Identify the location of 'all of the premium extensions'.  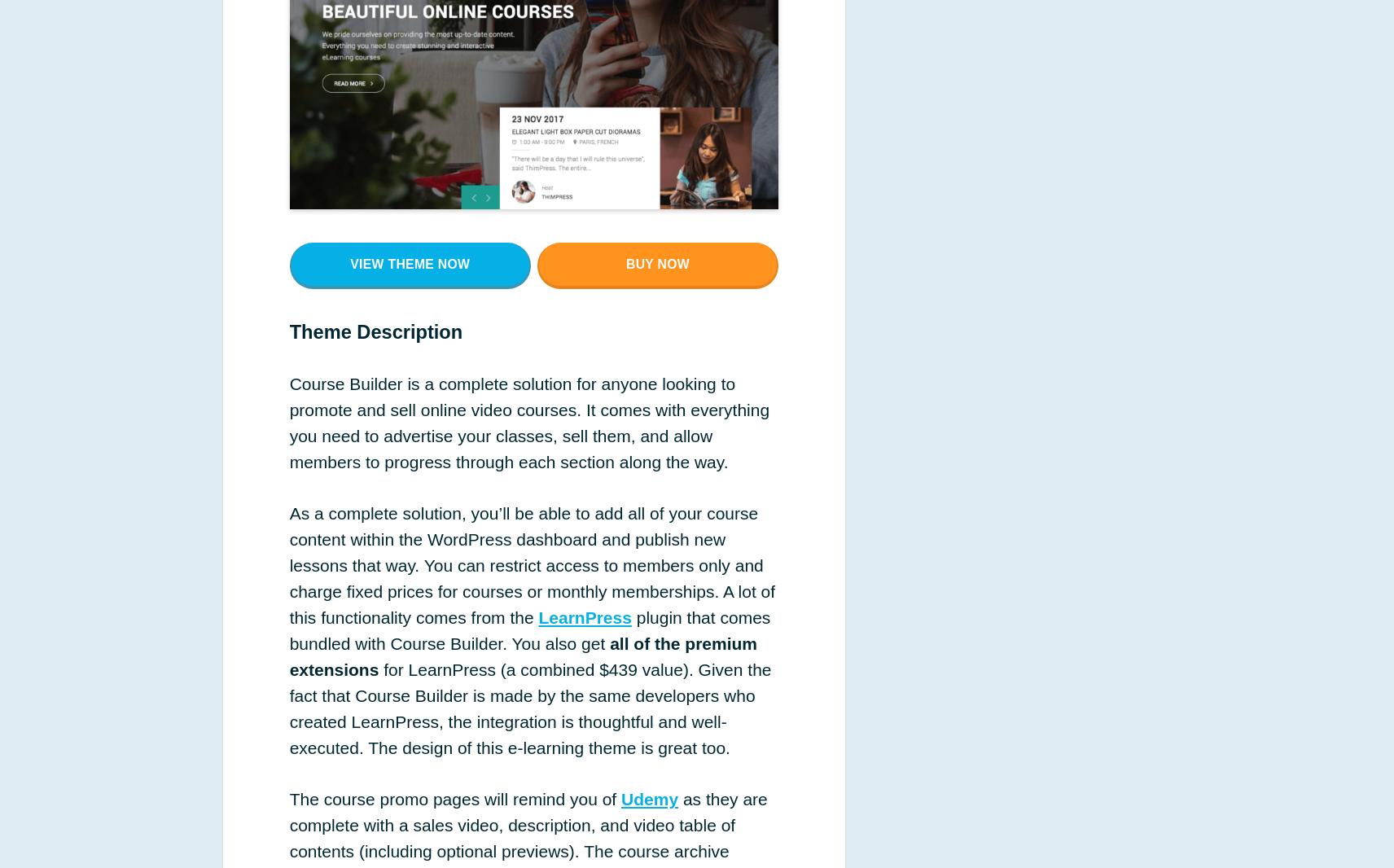
(522, 655).